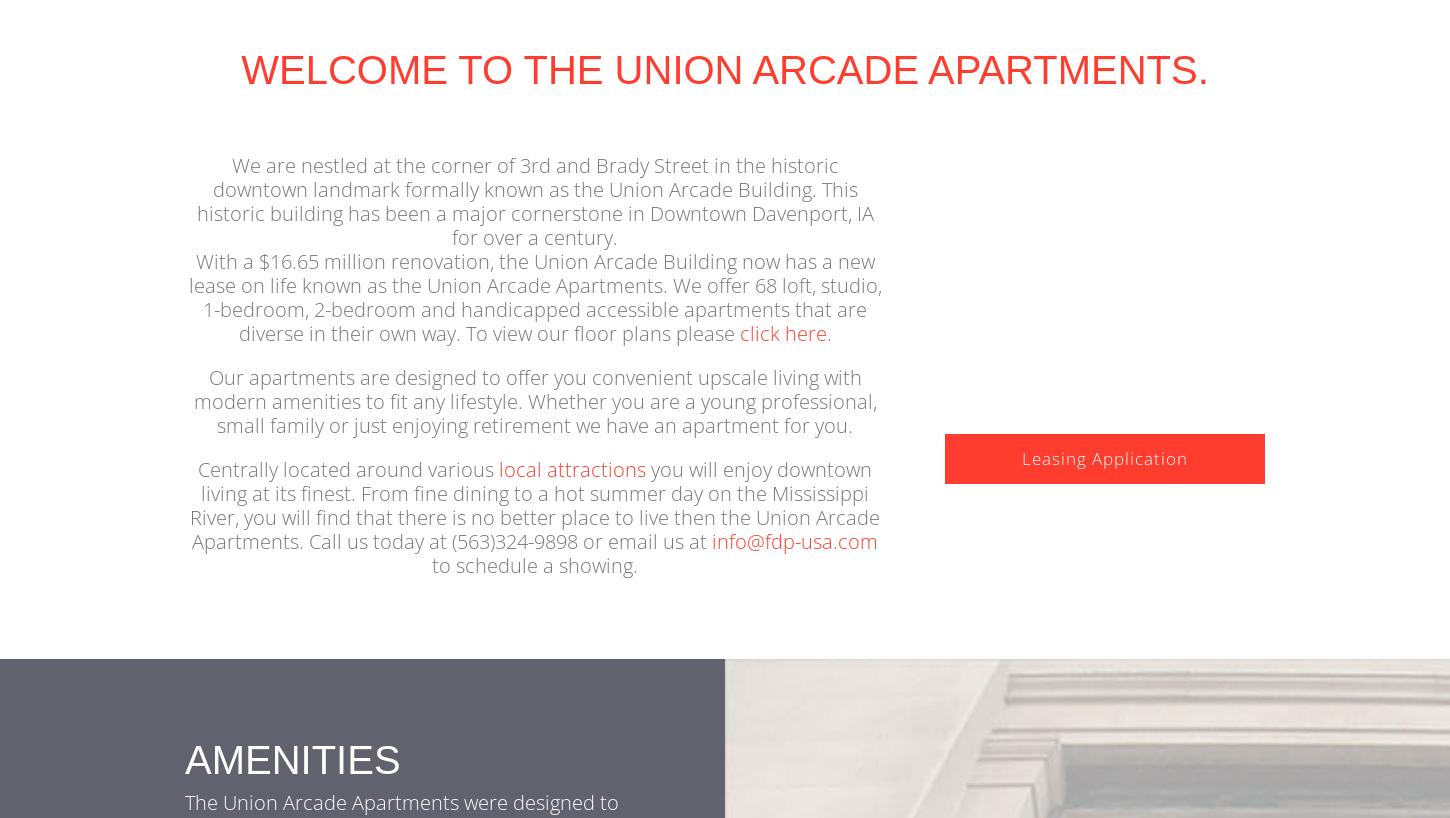 This screenshot has width=1450, height=818. I want to click on 'Centrally located around various', so click(197, 499).